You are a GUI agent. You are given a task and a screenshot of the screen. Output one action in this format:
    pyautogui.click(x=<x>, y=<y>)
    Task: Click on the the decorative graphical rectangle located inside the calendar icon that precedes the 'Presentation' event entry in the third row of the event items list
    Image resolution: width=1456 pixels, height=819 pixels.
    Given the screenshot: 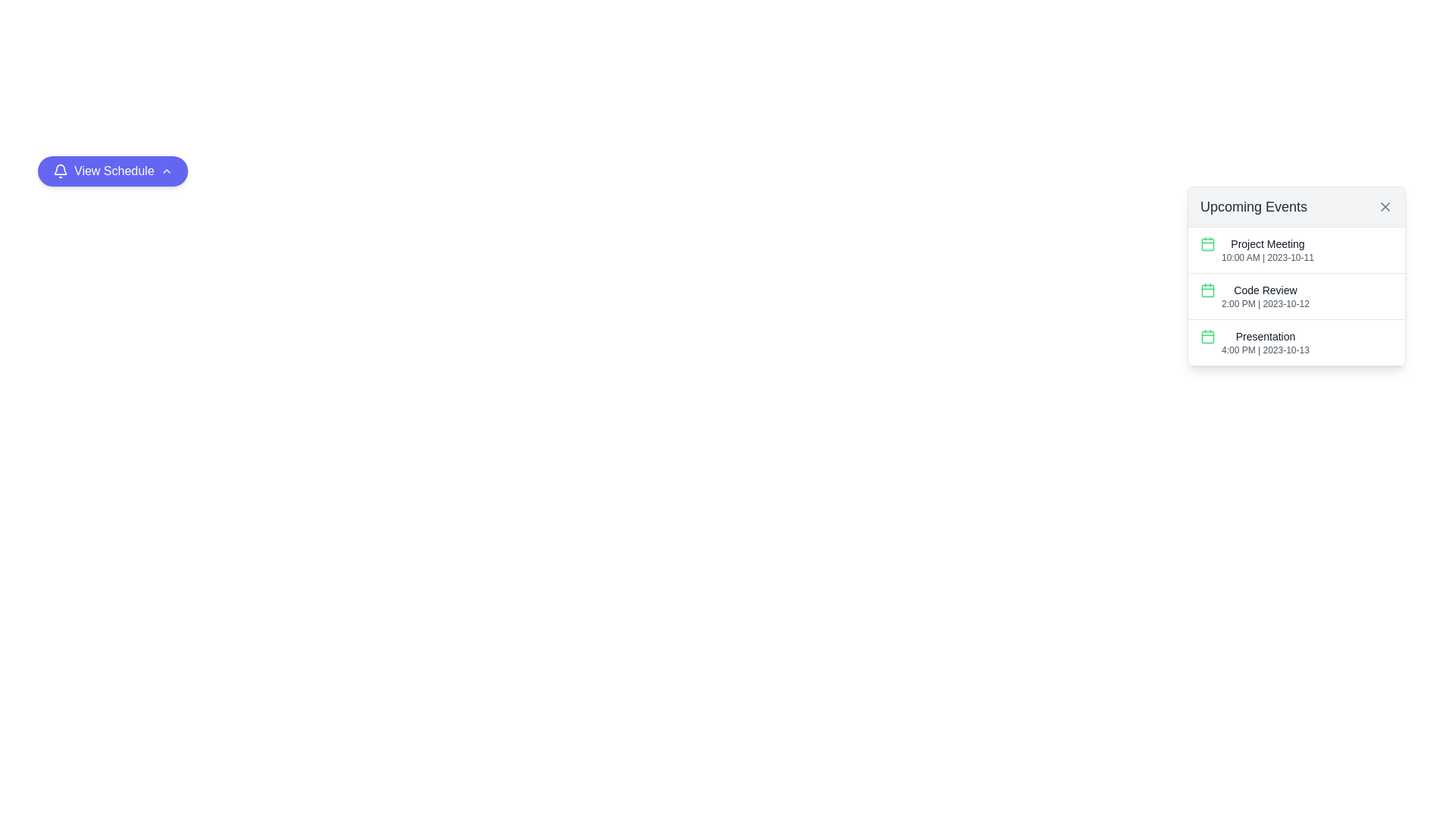 What is the action you would take?
    pyautogui.click(x=1207, y=335)
    